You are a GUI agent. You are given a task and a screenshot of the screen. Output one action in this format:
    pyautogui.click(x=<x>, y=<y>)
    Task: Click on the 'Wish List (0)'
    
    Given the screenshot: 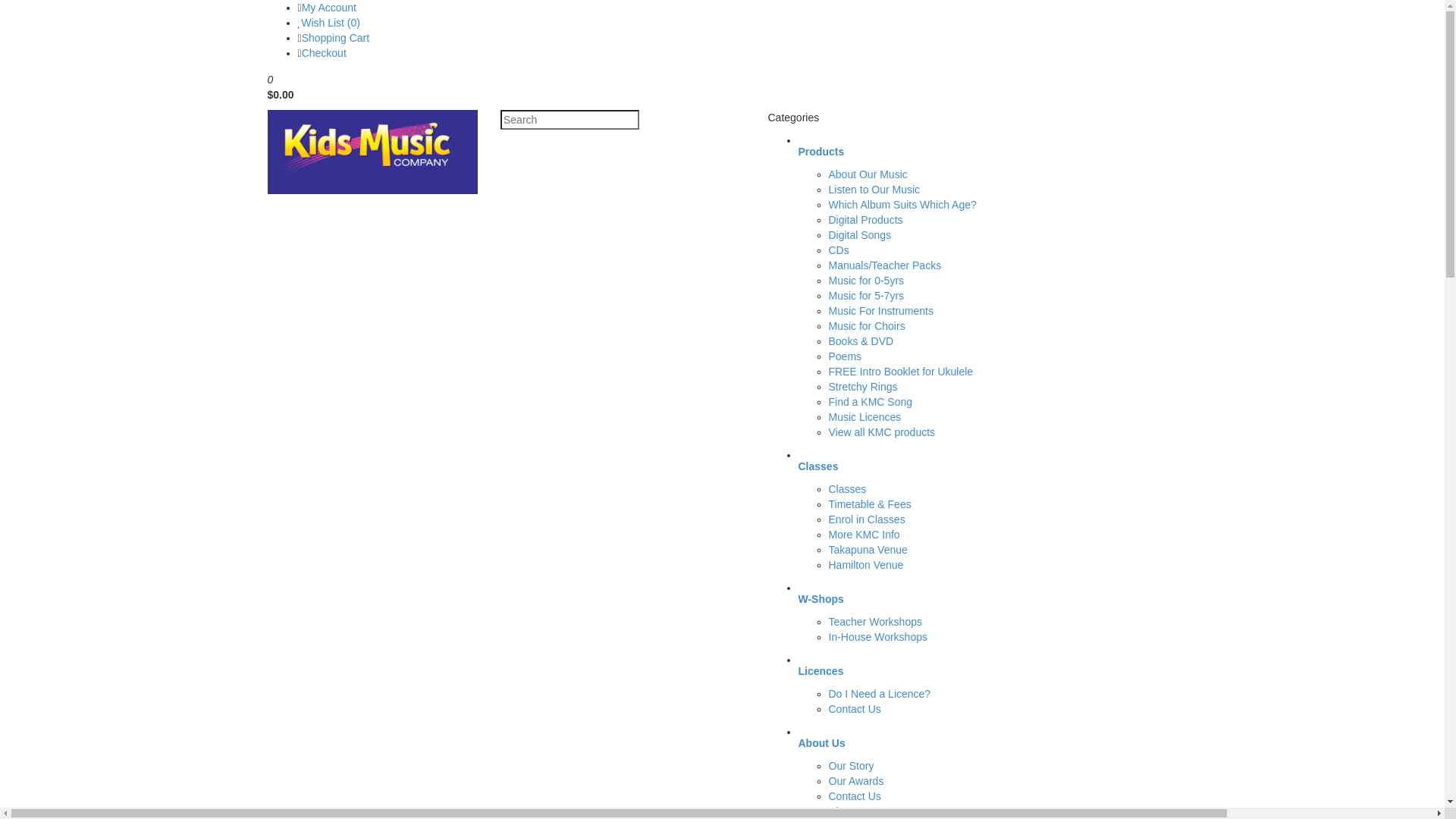 What is the action you would take?
    pyautogui.click(x=330, y=23)
    